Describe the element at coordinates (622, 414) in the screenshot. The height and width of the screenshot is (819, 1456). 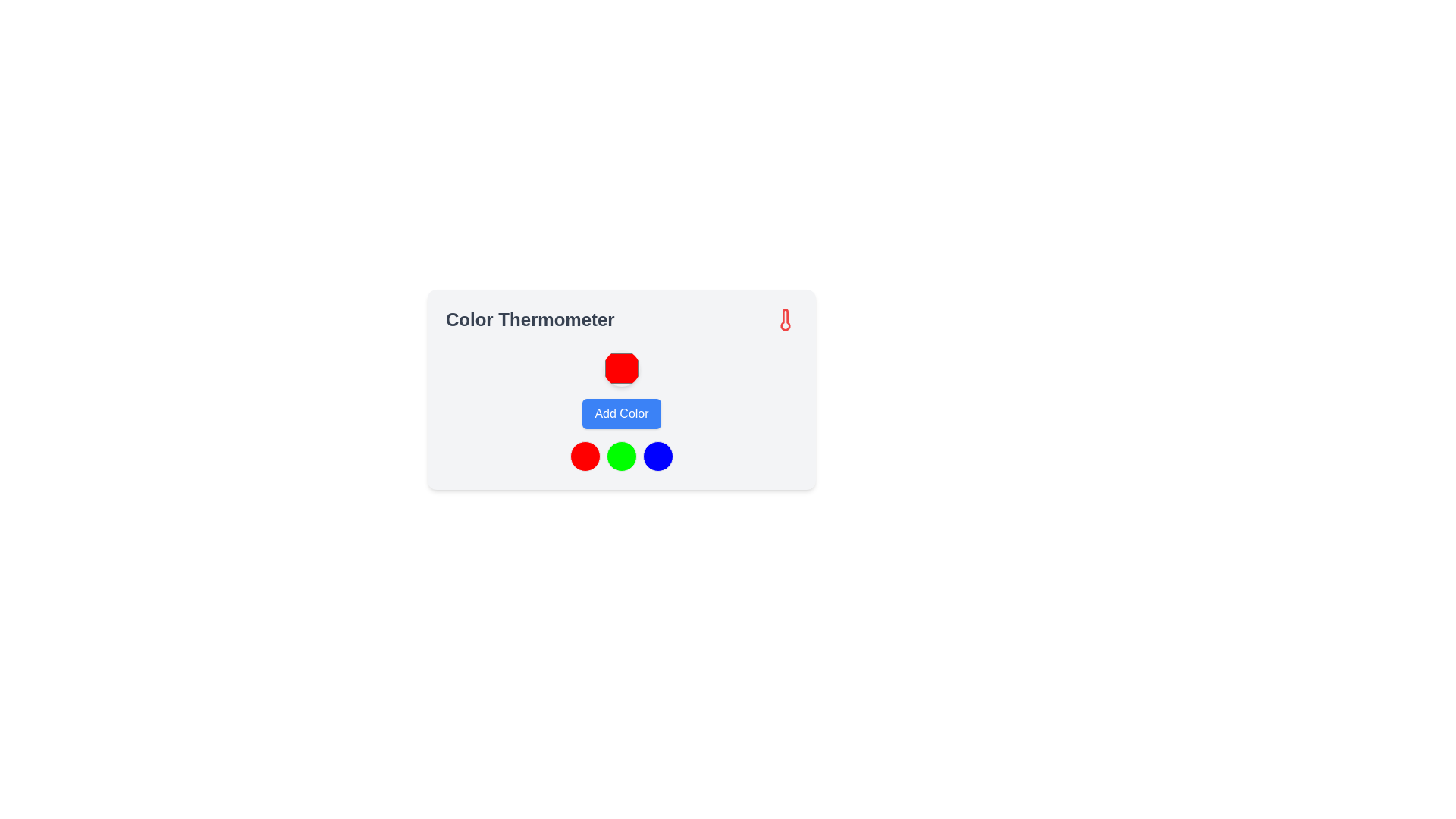
I see `the 'Add Color' button with a blue background` at that location.